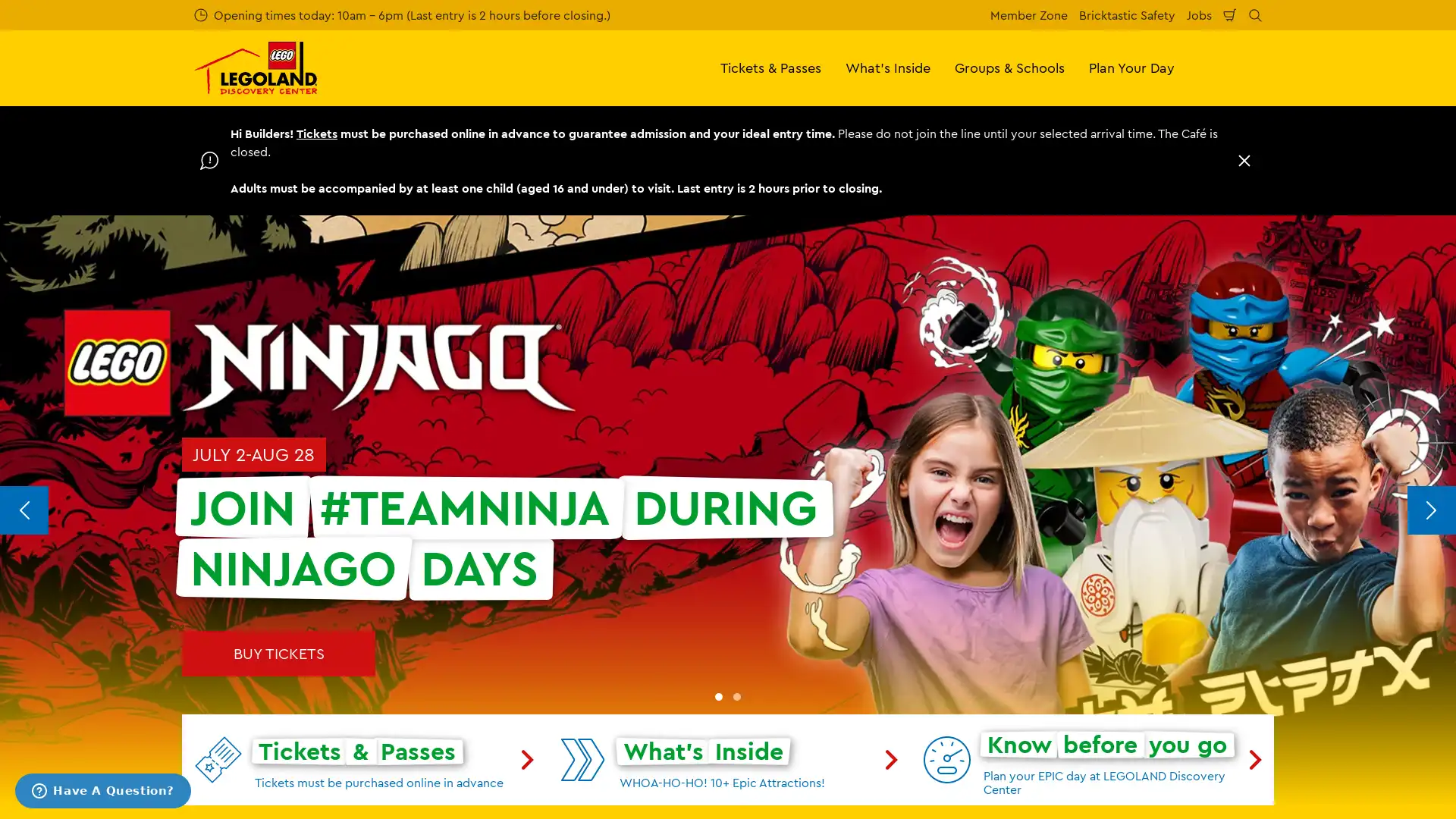  I want to click on What's Inside, so click(888, 67).